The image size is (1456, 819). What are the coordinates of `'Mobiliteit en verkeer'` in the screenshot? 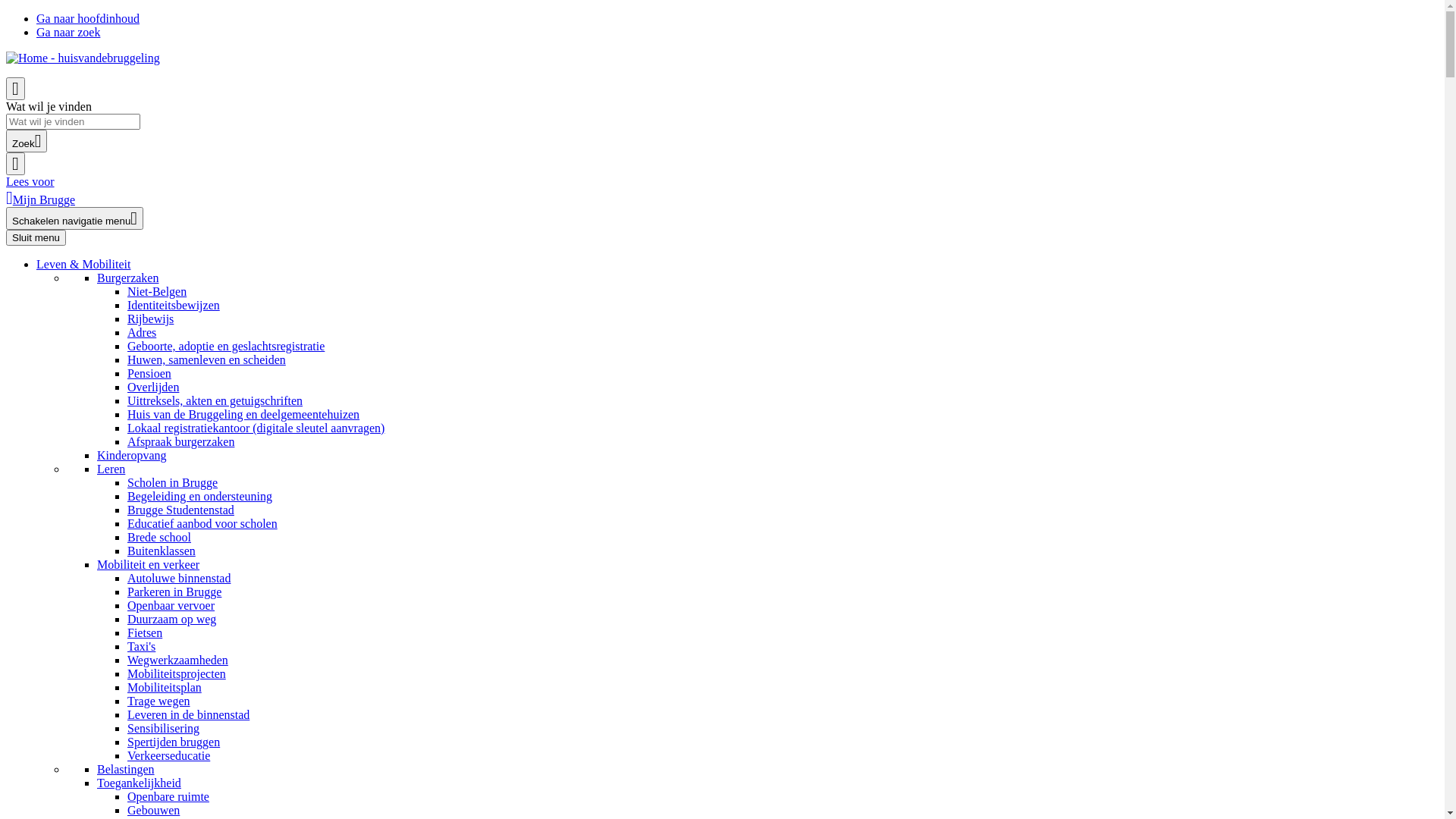 It's located at (148, 564).